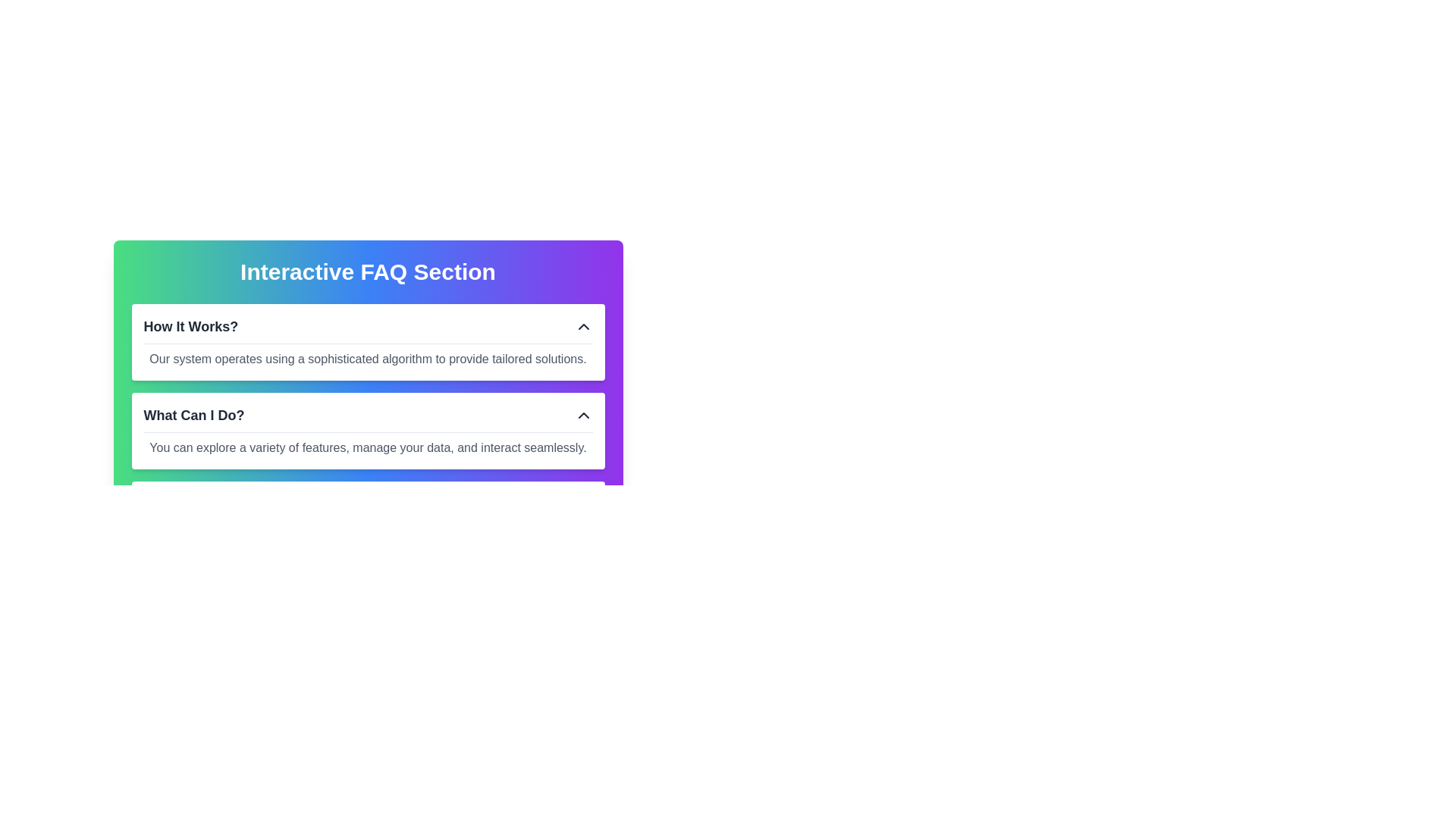  Describe the element at coordinates (368, 431) in the screenshot. I see `the second Information block in the FAQ section, located between 'How It Works?' and 'Need More Help?'` at that location.